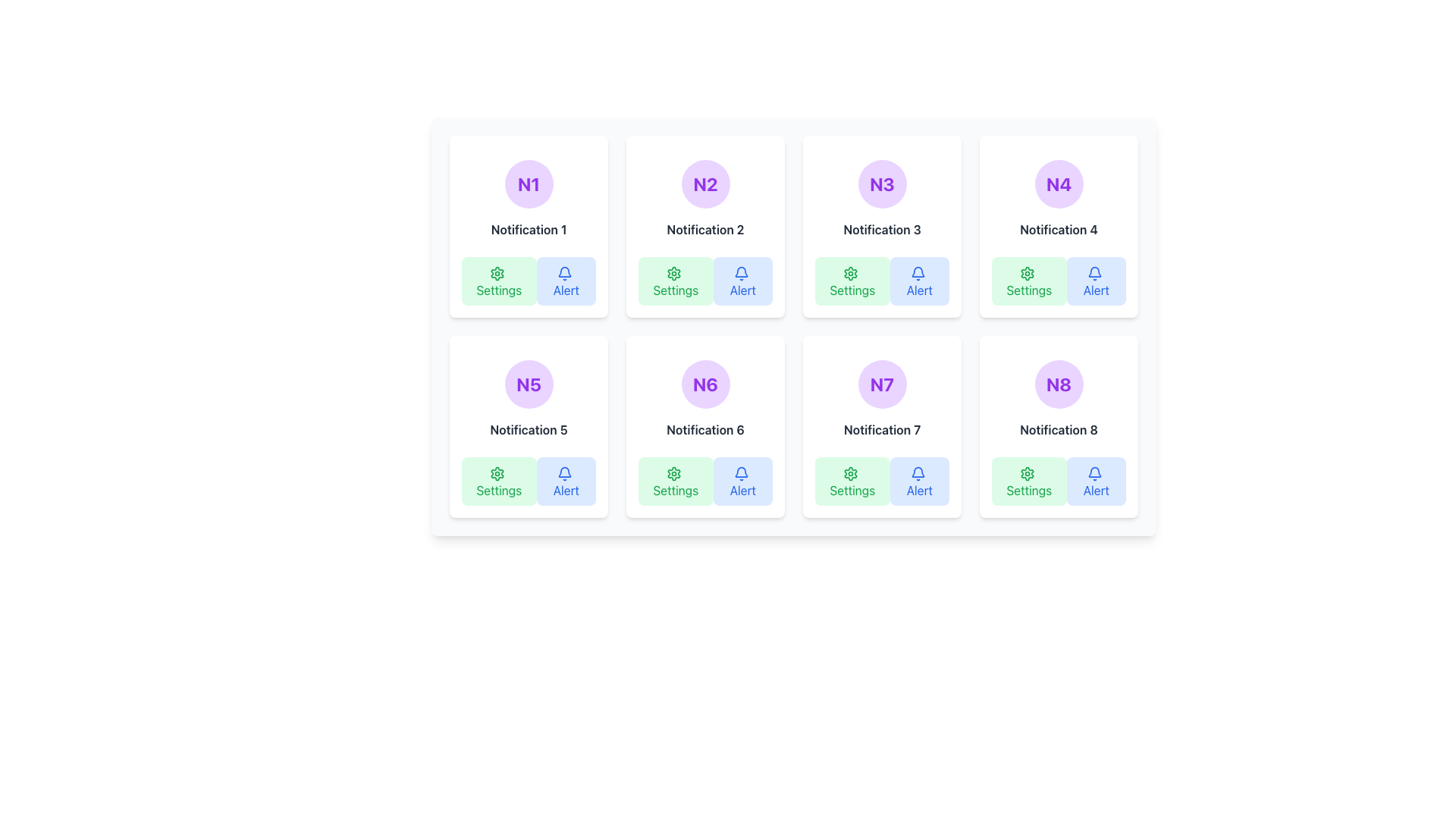 The width and height of the screenshot is (1456, 819). What do you see at coordinates (704, 383) in the screenshot?
I see `the text 'N6' displayed within the circular purple element in the Notification 6 card located in the second row, third column of the grid` at bounding box center [704, 383].